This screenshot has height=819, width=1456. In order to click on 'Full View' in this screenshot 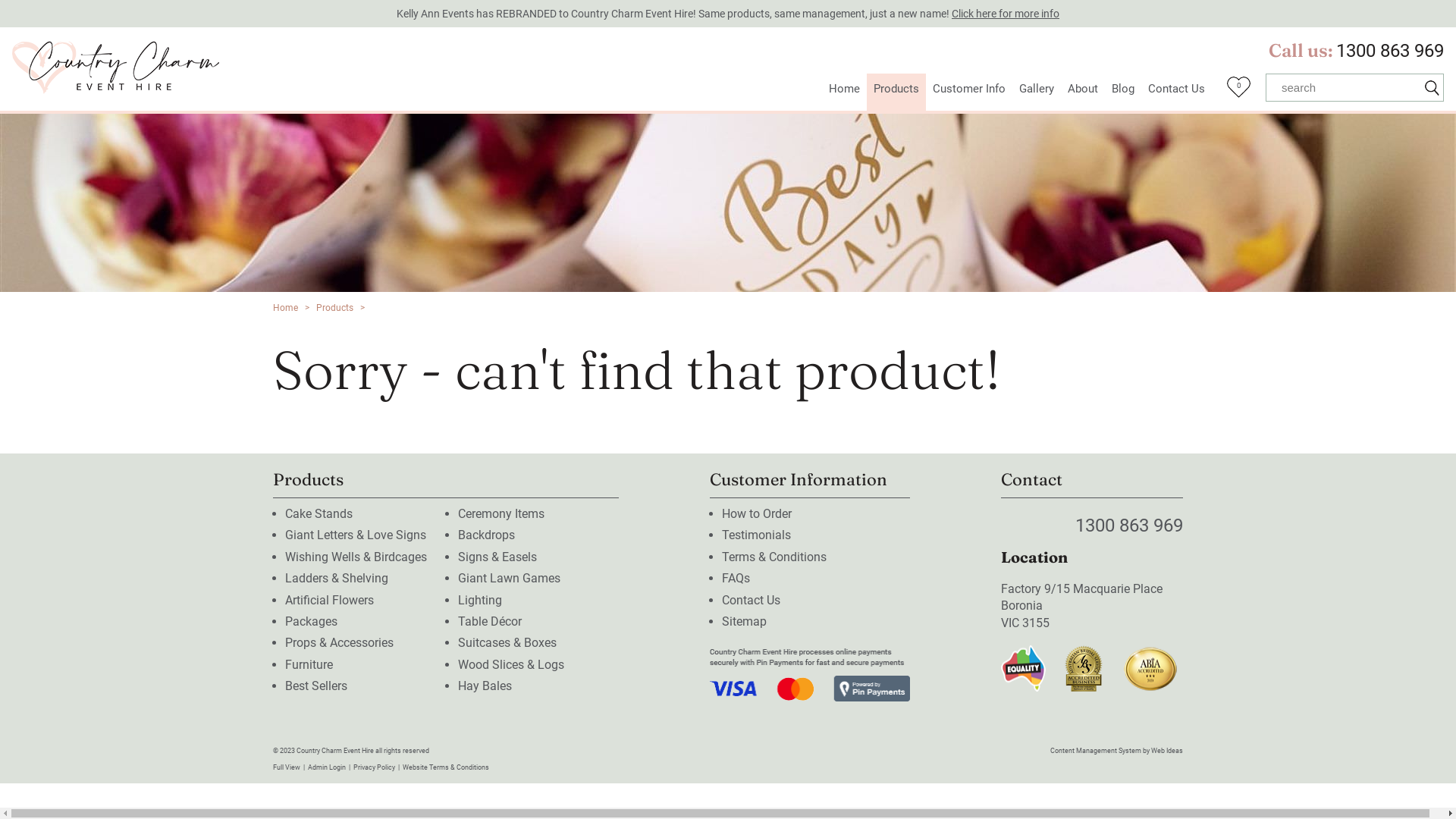, I will do `click(287, 767)`.